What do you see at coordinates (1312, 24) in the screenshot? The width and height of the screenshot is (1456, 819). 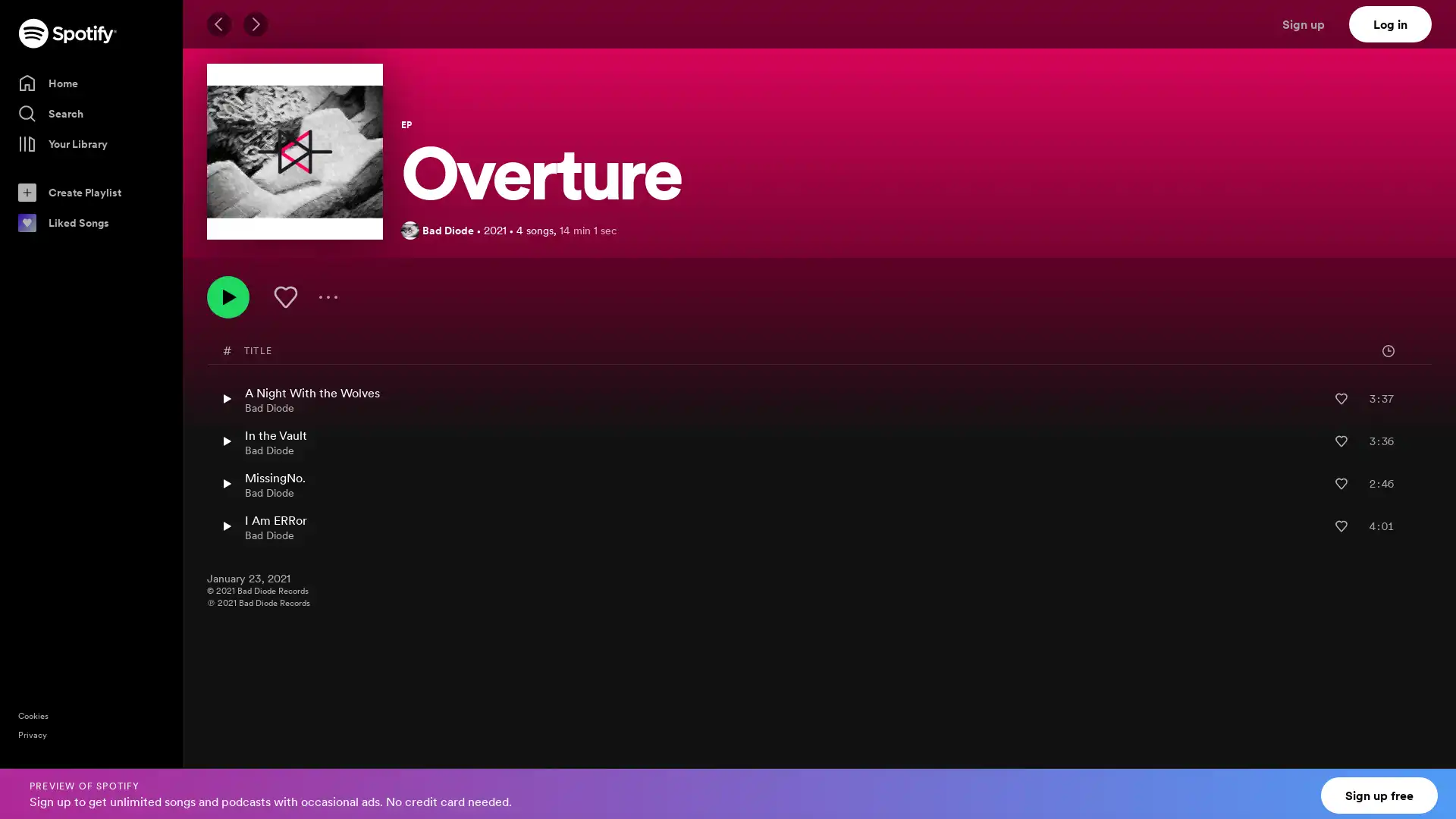 I see `Sign up` at bounding box center [1312, 24].